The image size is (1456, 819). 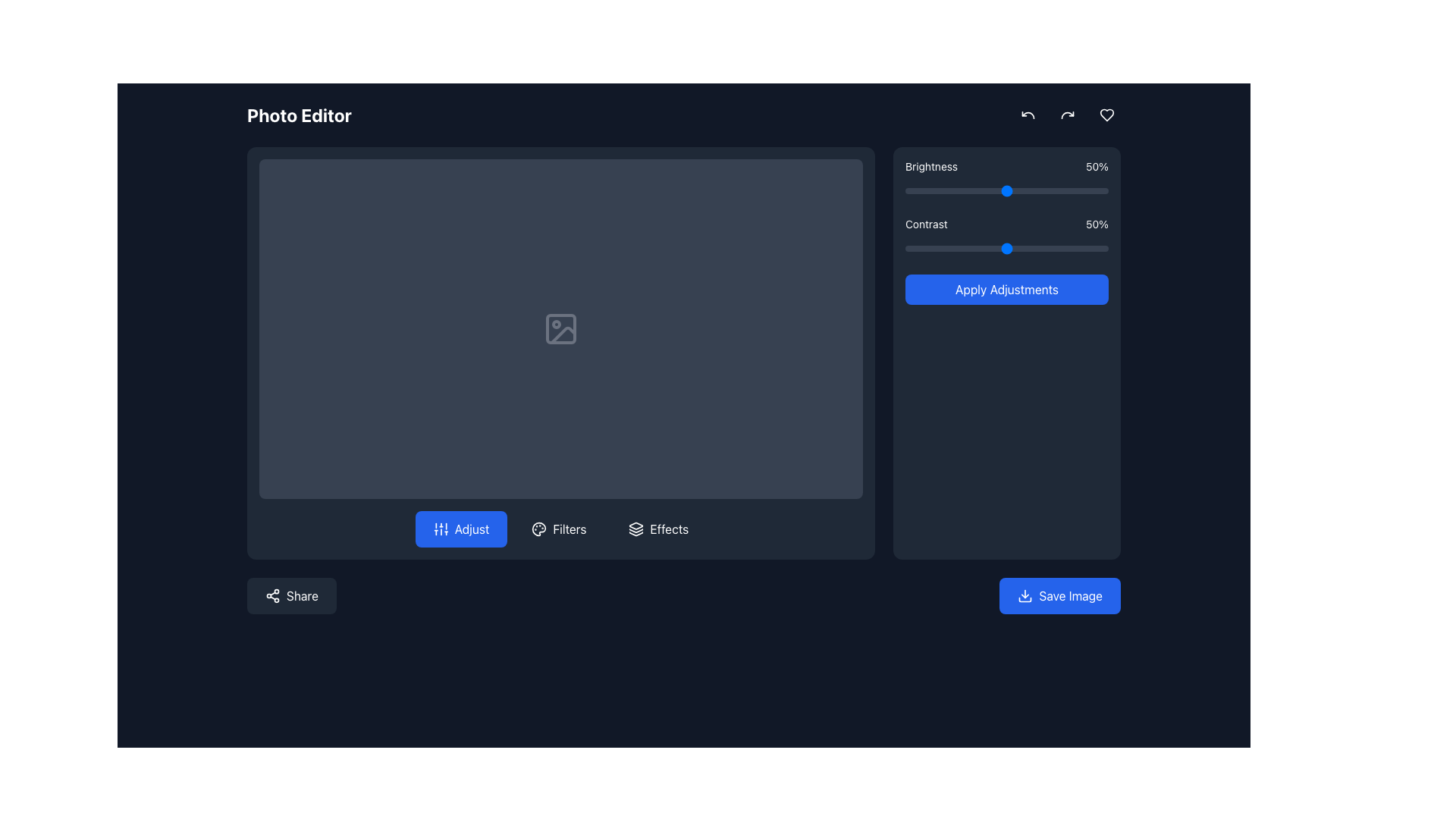 What do you see at coordinates (658, 528) in the screenshot?
I see `the 'Effects' button, which has a dark background, white text, and a stack-like icon to its left, located at the bottom center of the interface` at bounding box center [658, 528].